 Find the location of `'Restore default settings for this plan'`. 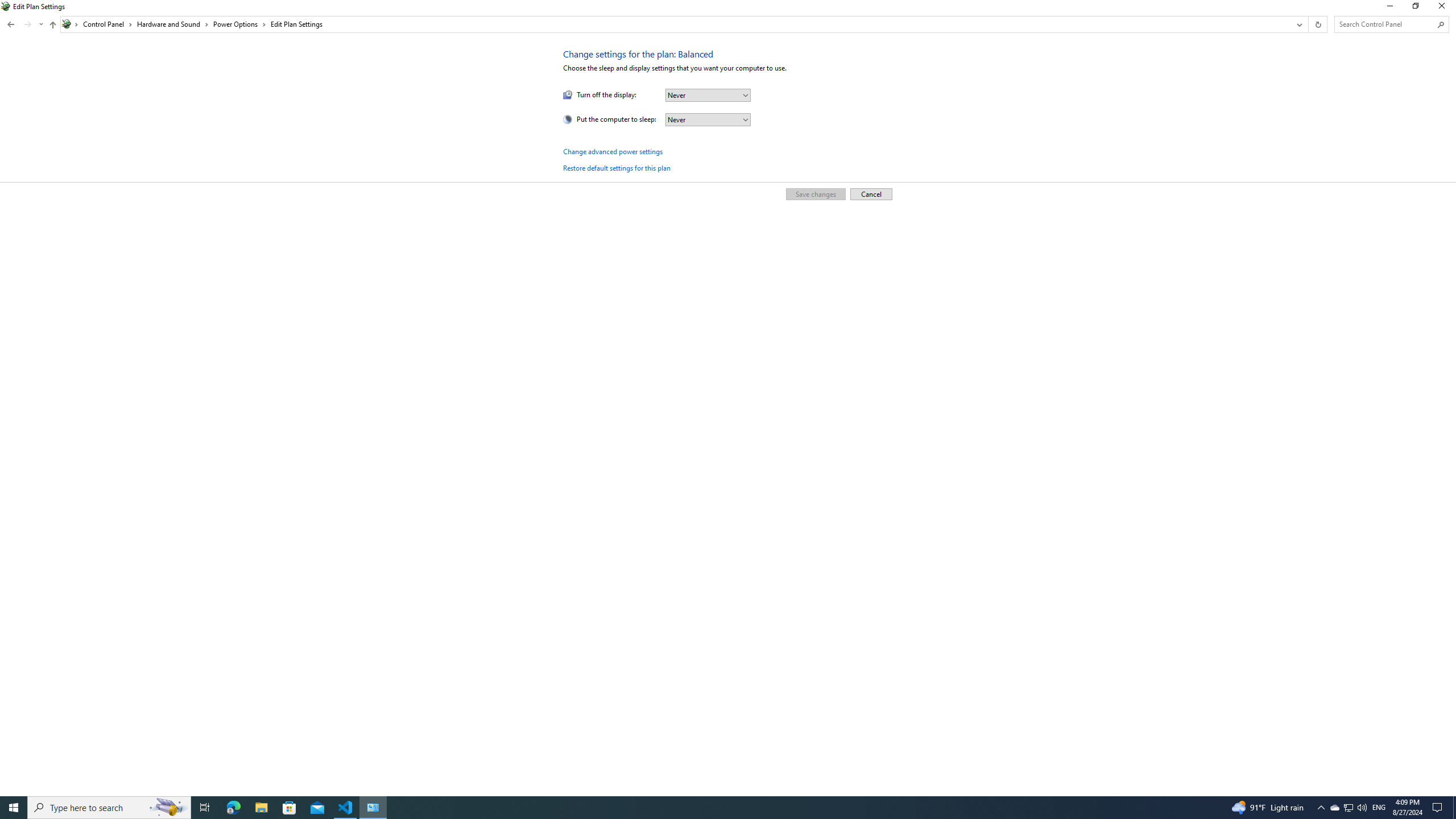

'Restore default settings for this plan' is located at coordinates (617, 167).